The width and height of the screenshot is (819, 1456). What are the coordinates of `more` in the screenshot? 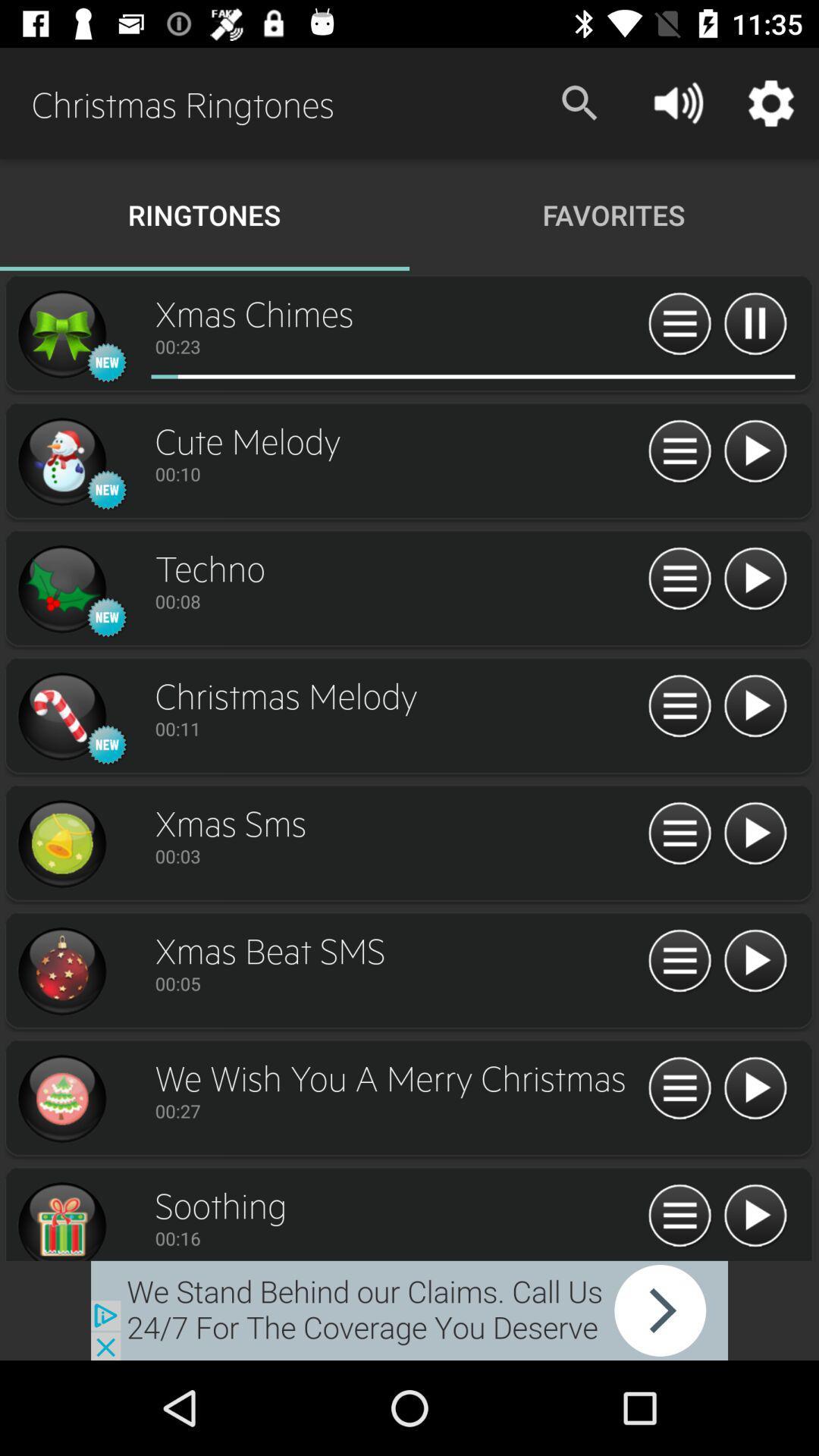 It's located at (679, 1088).